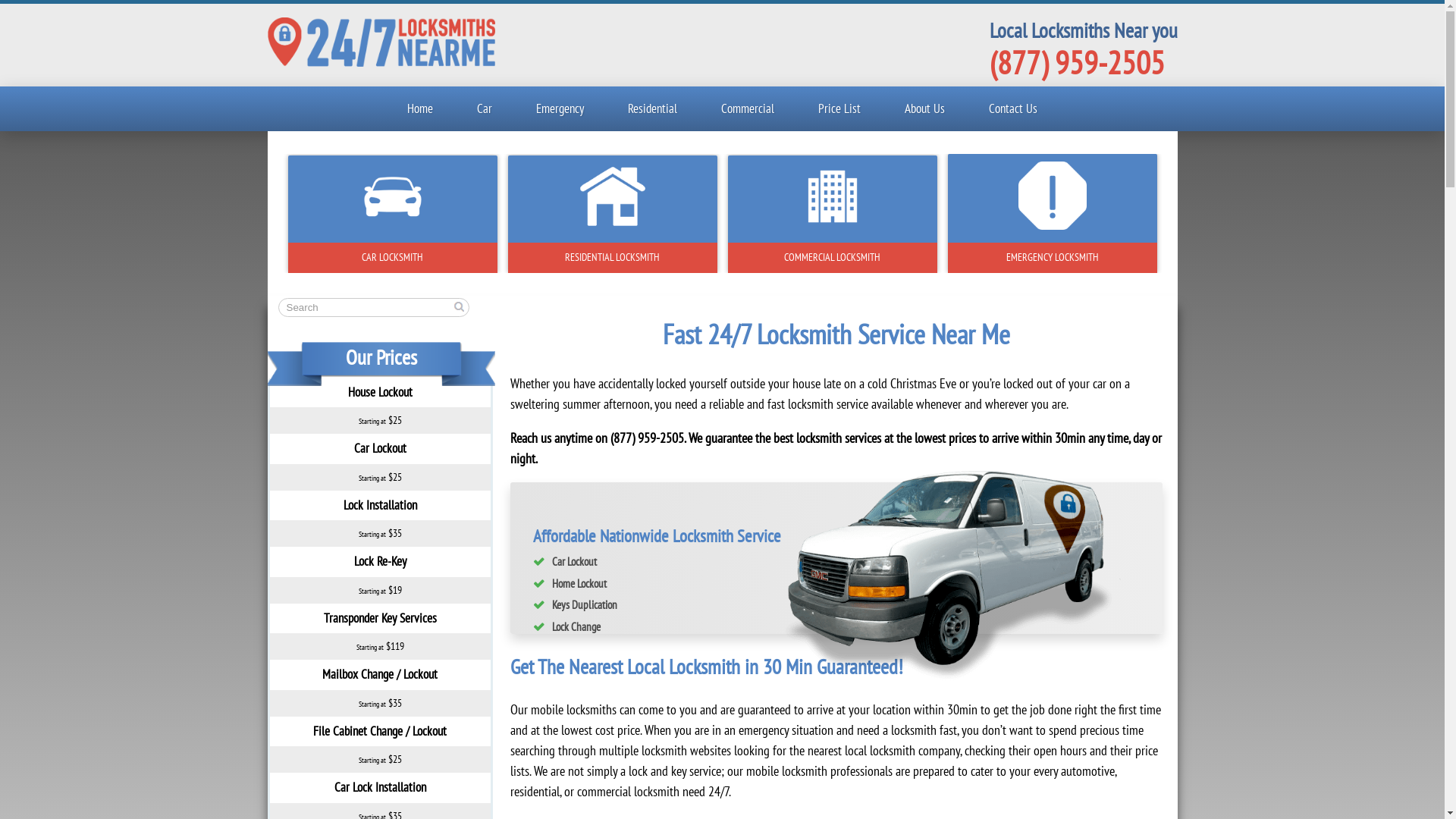  I want to click on 'Mailbox Change / Lockout', so click(322, 673).